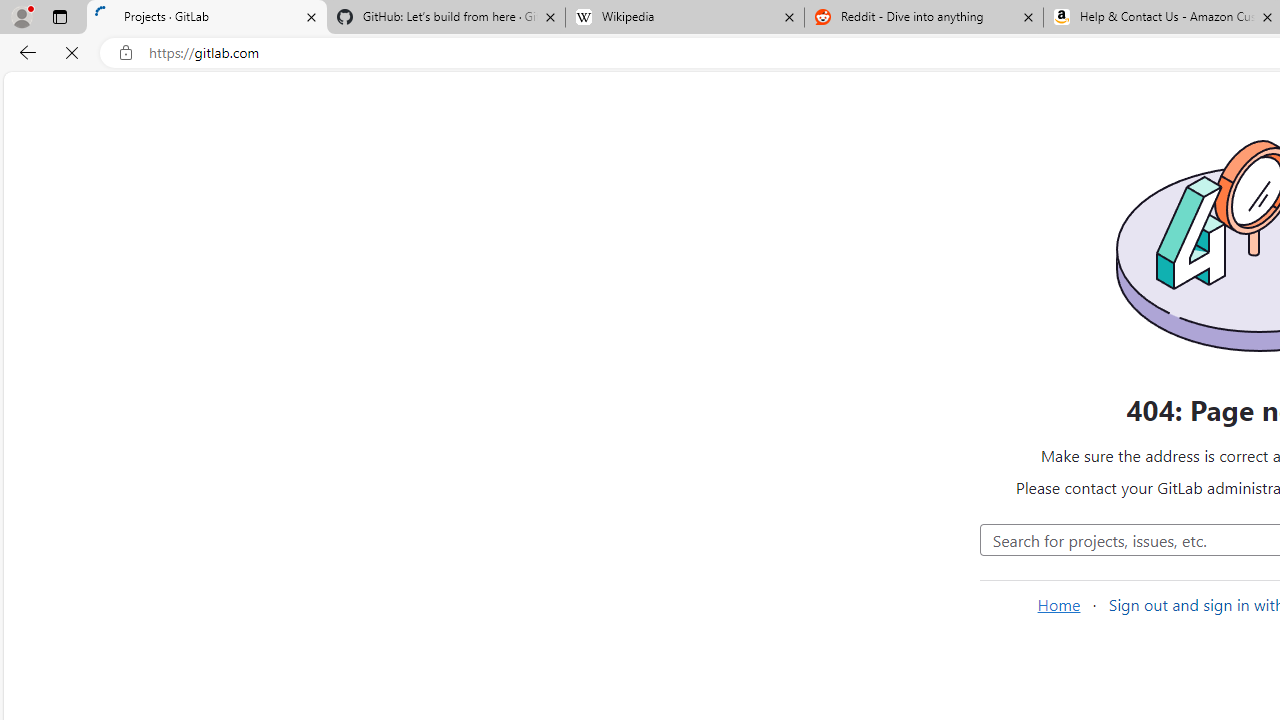 This screenshot has width=1280, height=720. I want to click on 'Reddit - Dive into anything', so click(923, 17).